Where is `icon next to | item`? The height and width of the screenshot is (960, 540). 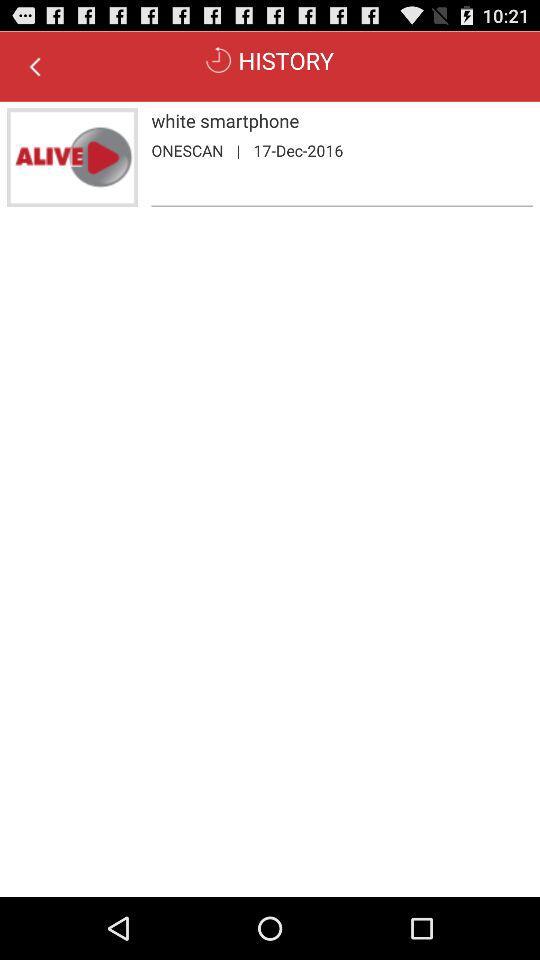 icon next to | item is located at coordinates (297, 149).